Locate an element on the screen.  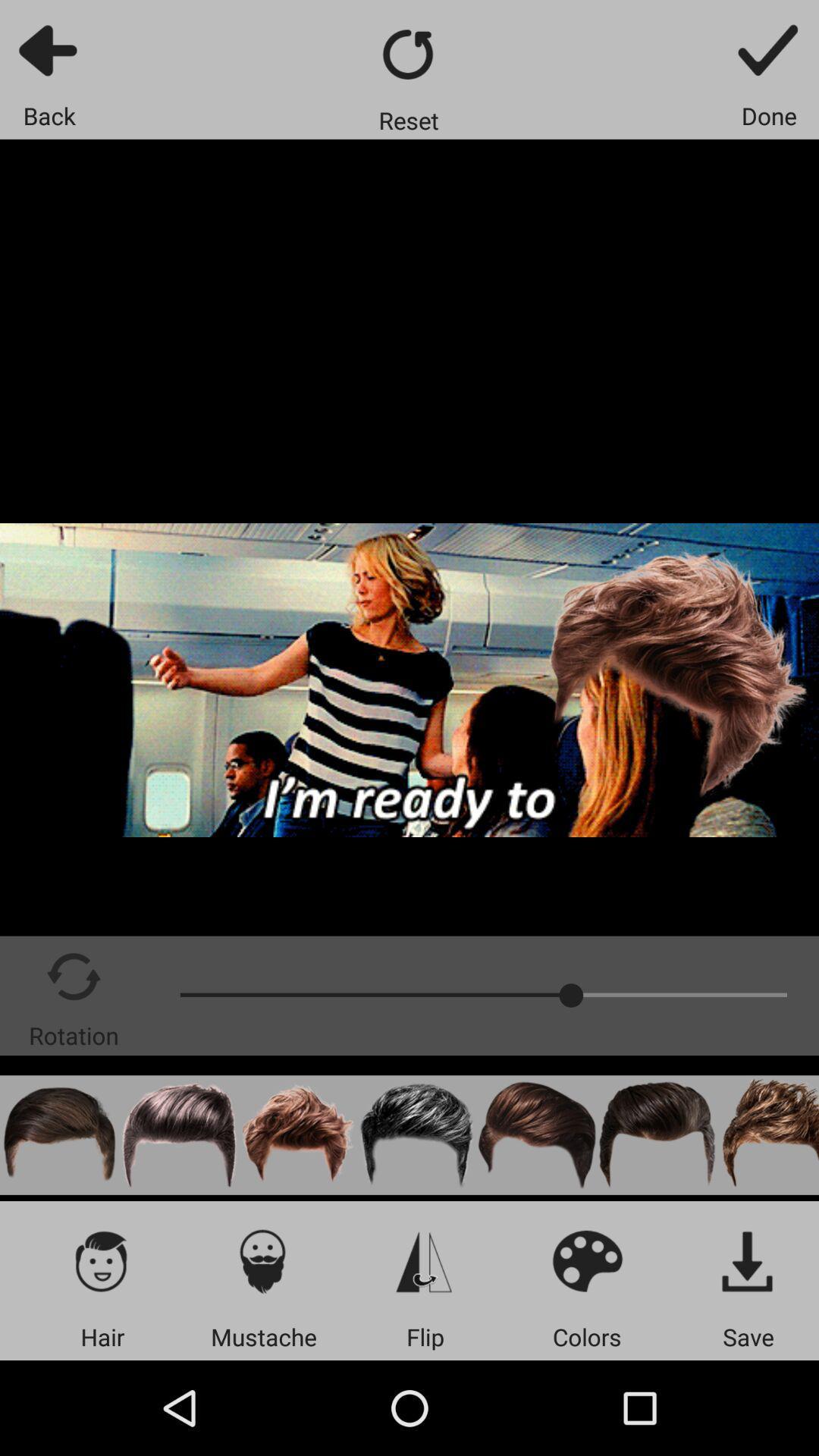
mustache options is located at coordinates (262, 1260).